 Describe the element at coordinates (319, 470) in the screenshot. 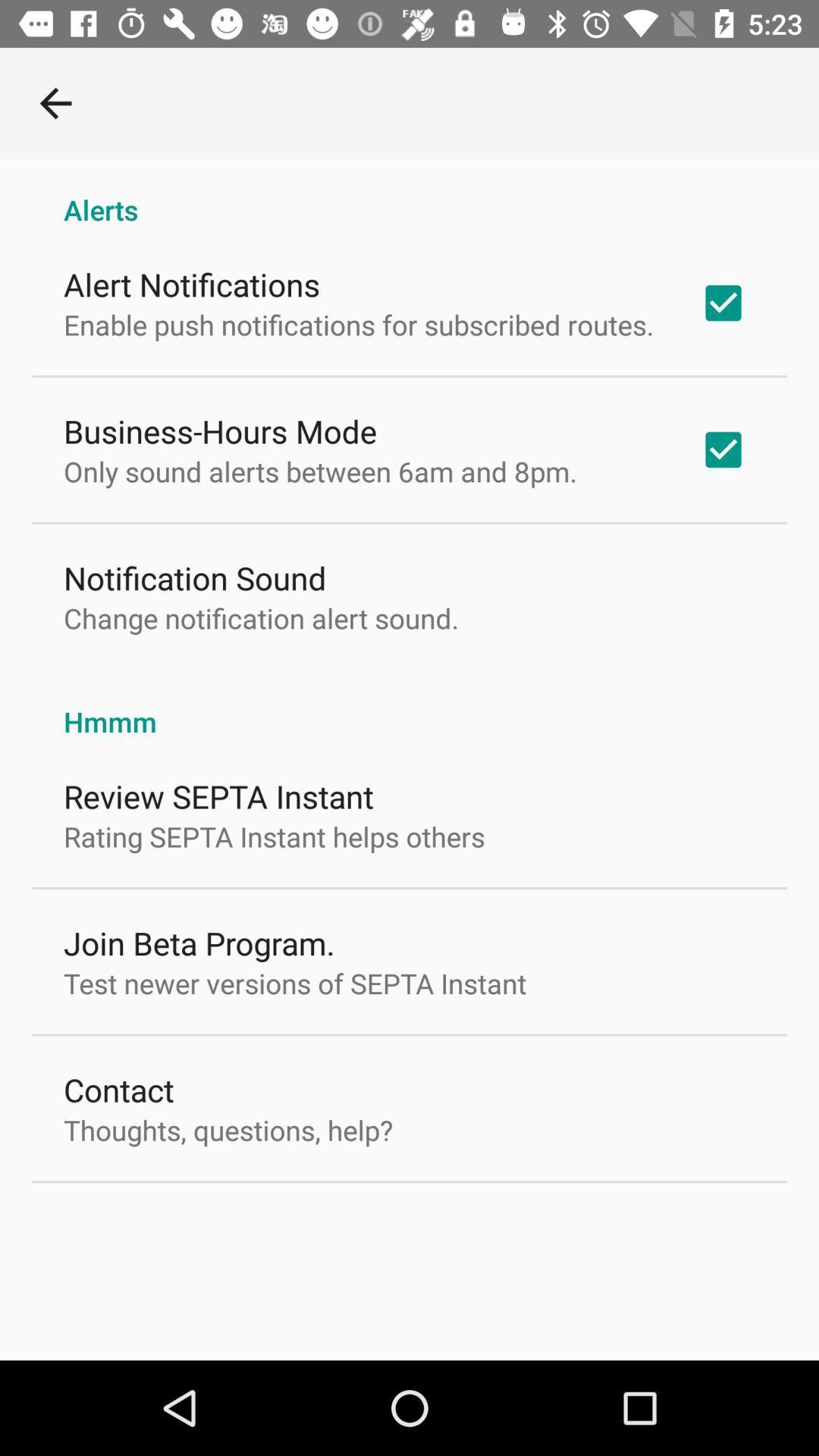

I see `item below business-hours mode` at that location.